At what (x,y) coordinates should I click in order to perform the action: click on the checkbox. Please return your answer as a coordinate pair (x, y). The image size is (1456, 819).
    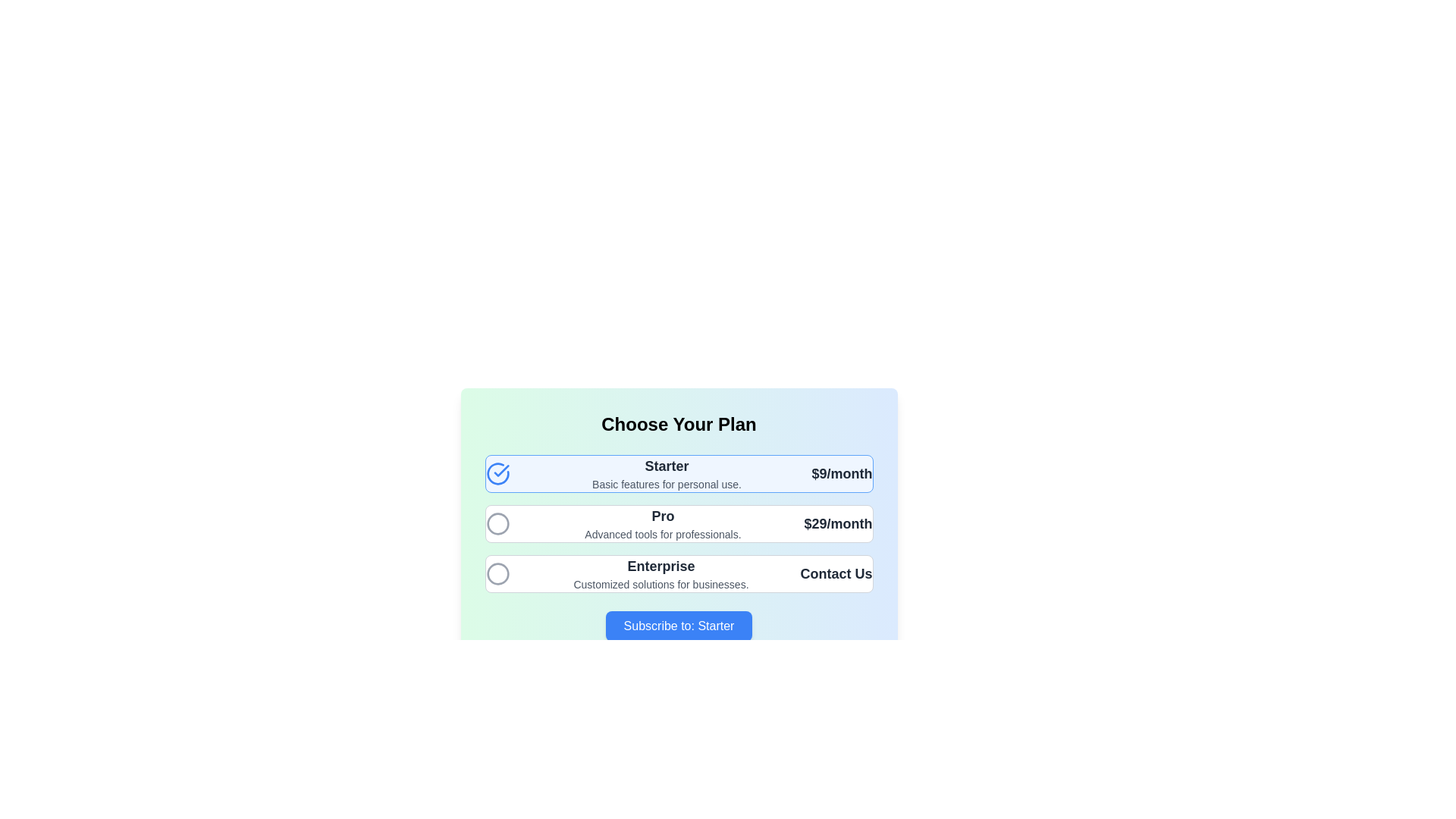
    Looking at the image, I should click on (497, 472).